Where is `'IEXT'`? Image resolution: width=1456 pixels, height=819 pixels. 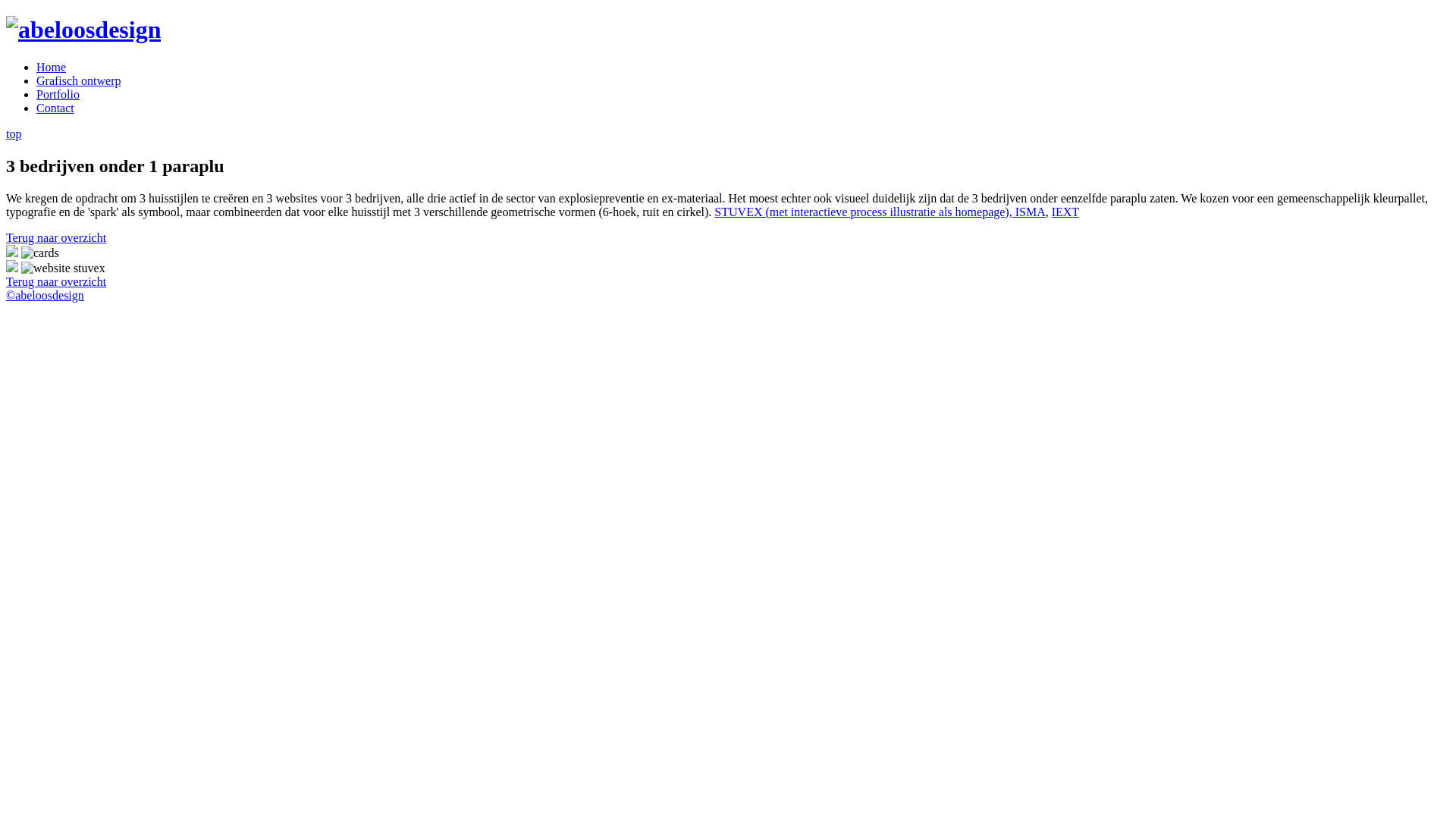 'IEXT' is located at coordinates (1065, 212).